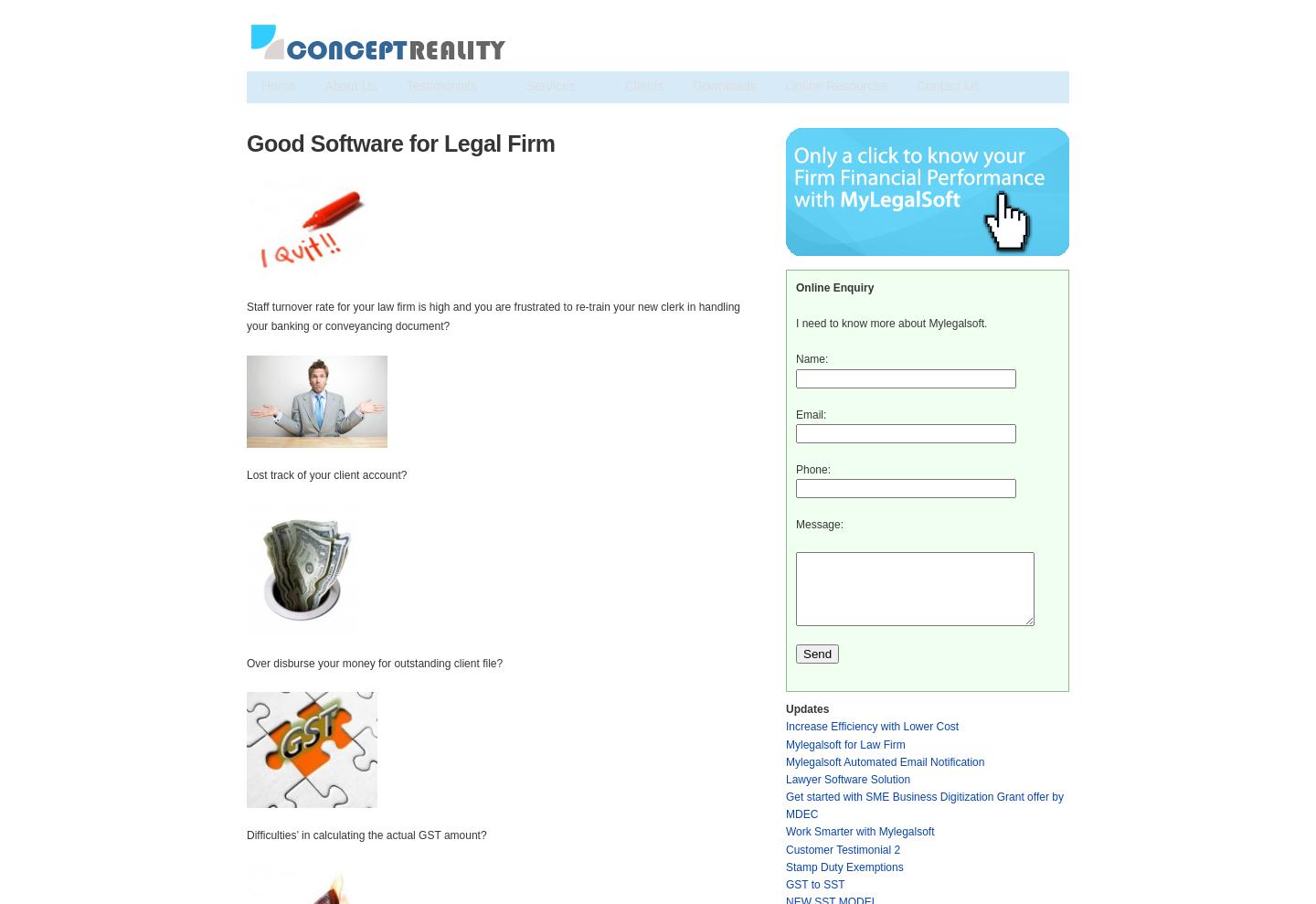  I want to click on 'GST to SST', so click(813, 885).